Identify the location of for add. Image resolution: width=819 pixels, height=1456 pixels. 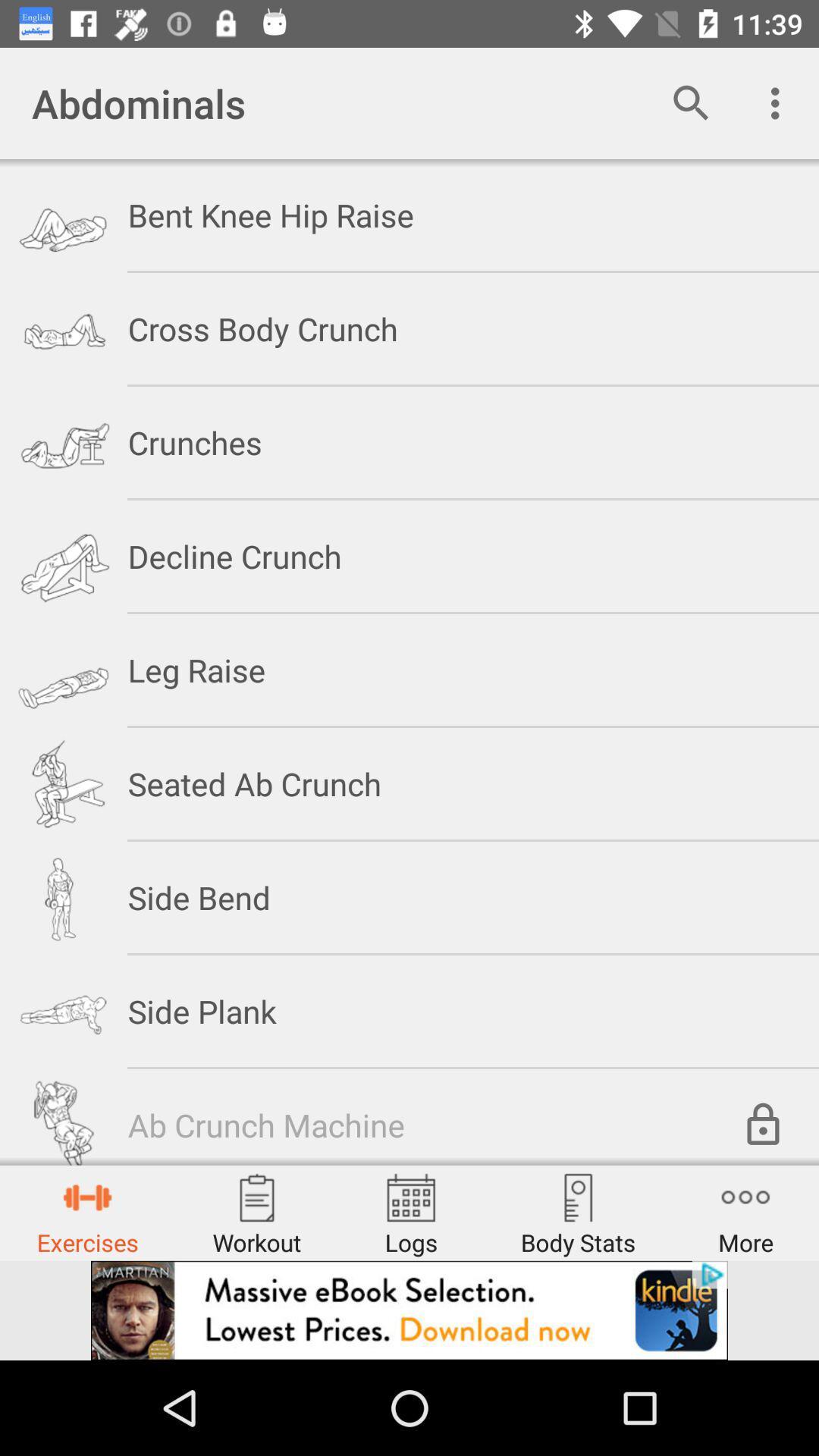
(409, 1310).